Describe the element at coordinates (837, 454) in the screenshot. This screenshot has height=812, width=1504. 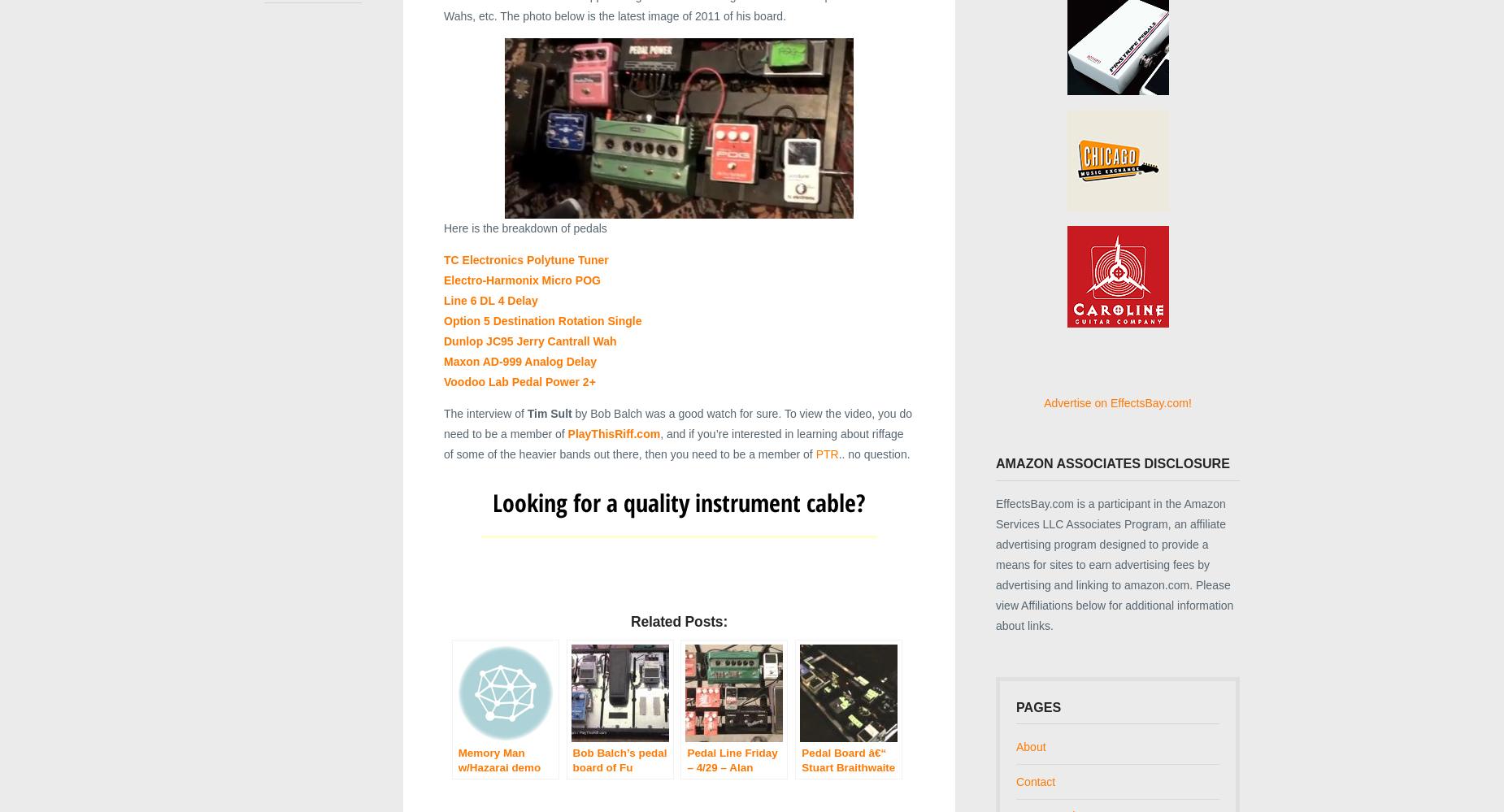
I see `'.. no question.'` at that location.